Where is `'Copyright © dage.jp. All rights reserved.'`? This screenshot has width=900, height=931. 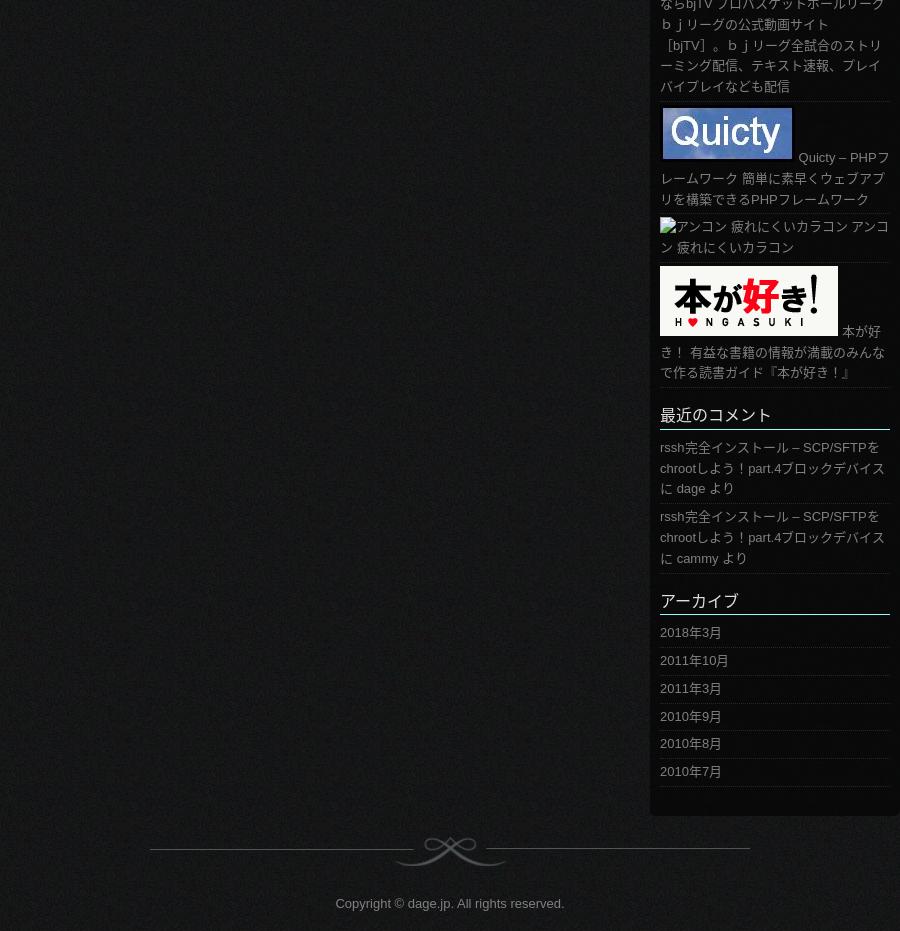 'Copyright © dage.jp. All rights reserved.' is located at coordinates (449, 902).